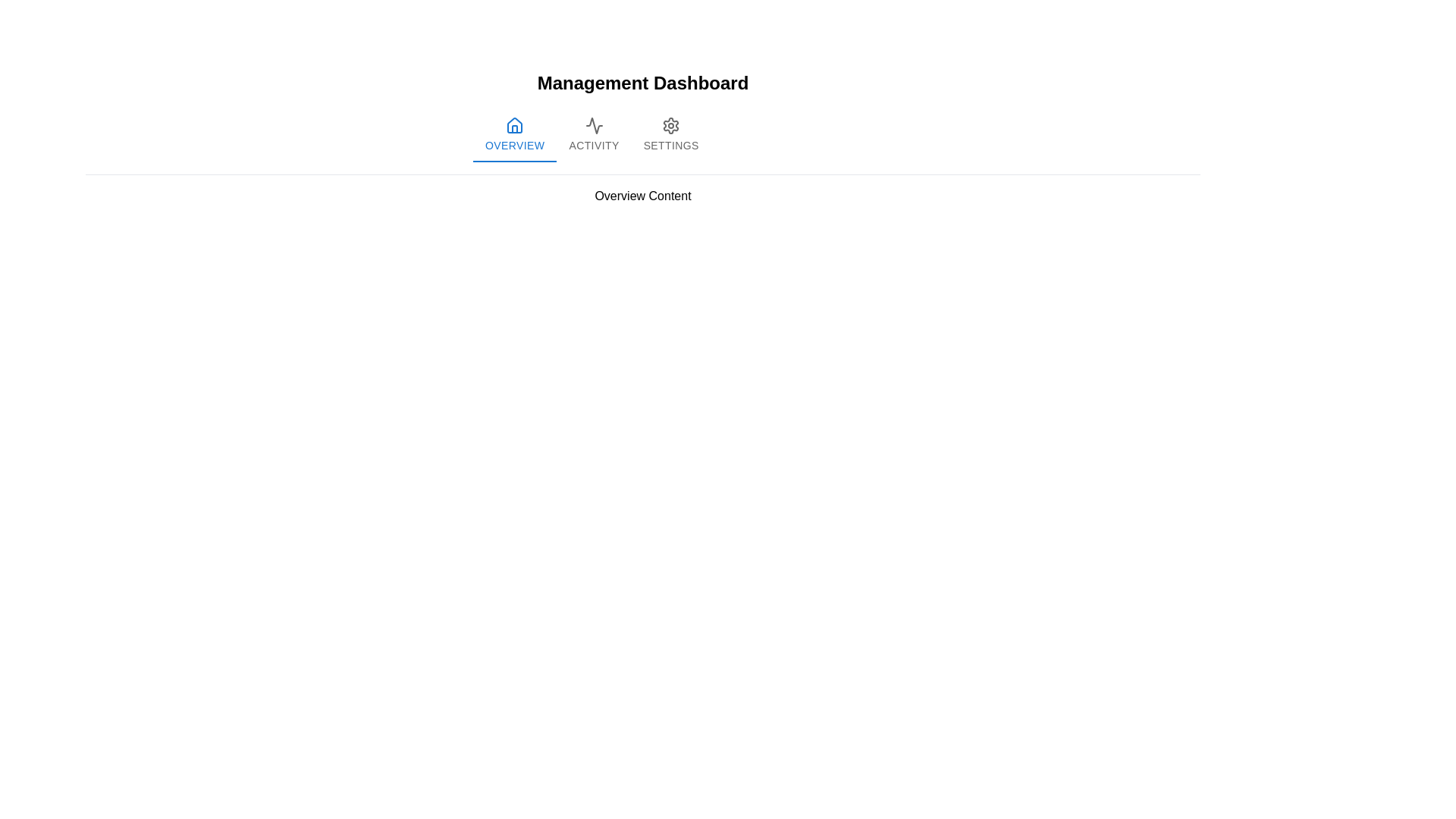 This screenshot has width=1456, height=819. What do you see at coordinates (593, 133) in the screenshot?
I see `the 'Activity' tab in the navigation bar to switch to the Activity view` at bounding box center [593, 133].